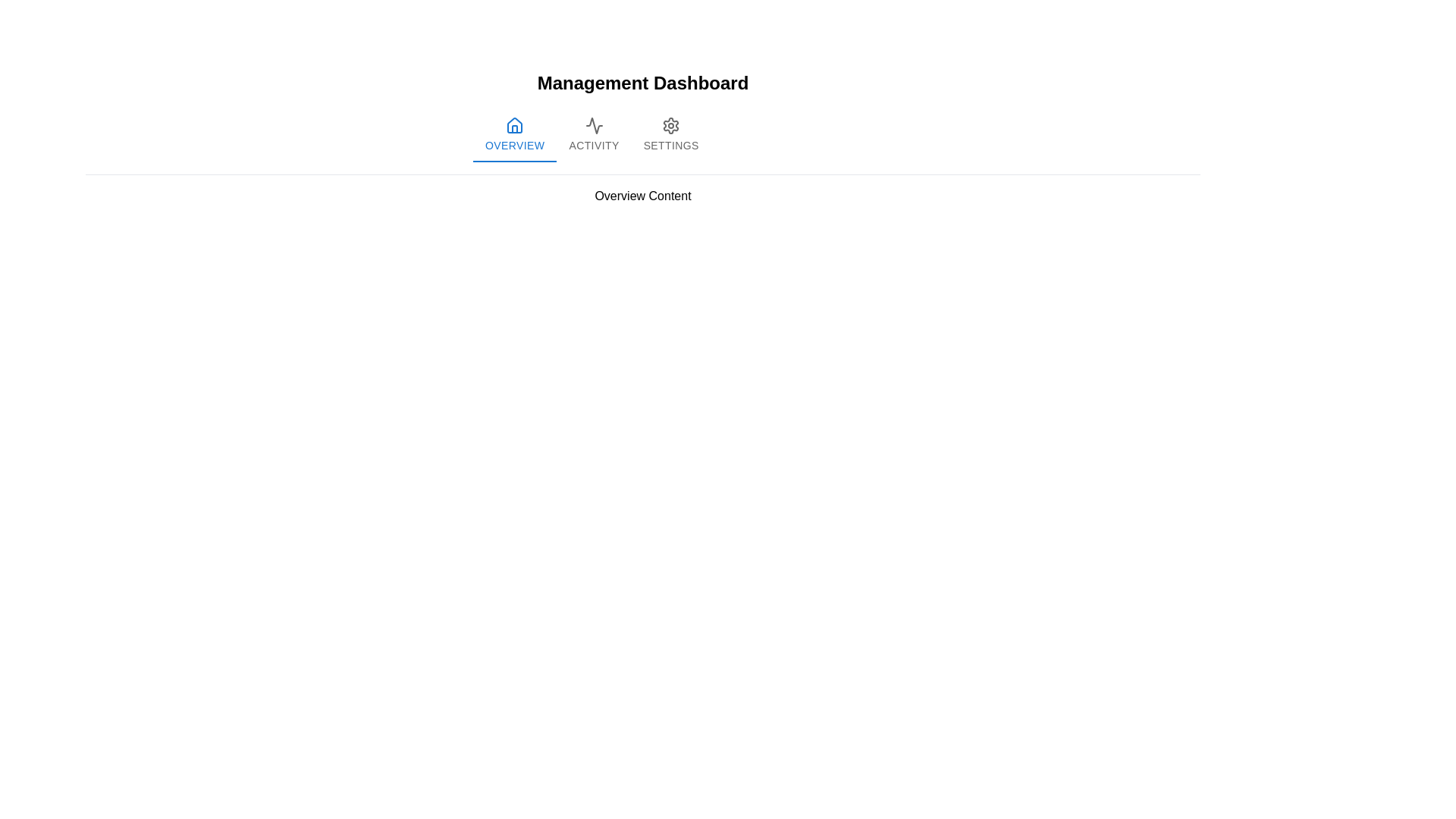 This screenshot has width=1456, height=819. What do you see at coordinates (593, 133) in the screenshot?
I see `the 'Activity' tab in the navigation bar to switch to the Activity view` at bounding box center [593, 133].